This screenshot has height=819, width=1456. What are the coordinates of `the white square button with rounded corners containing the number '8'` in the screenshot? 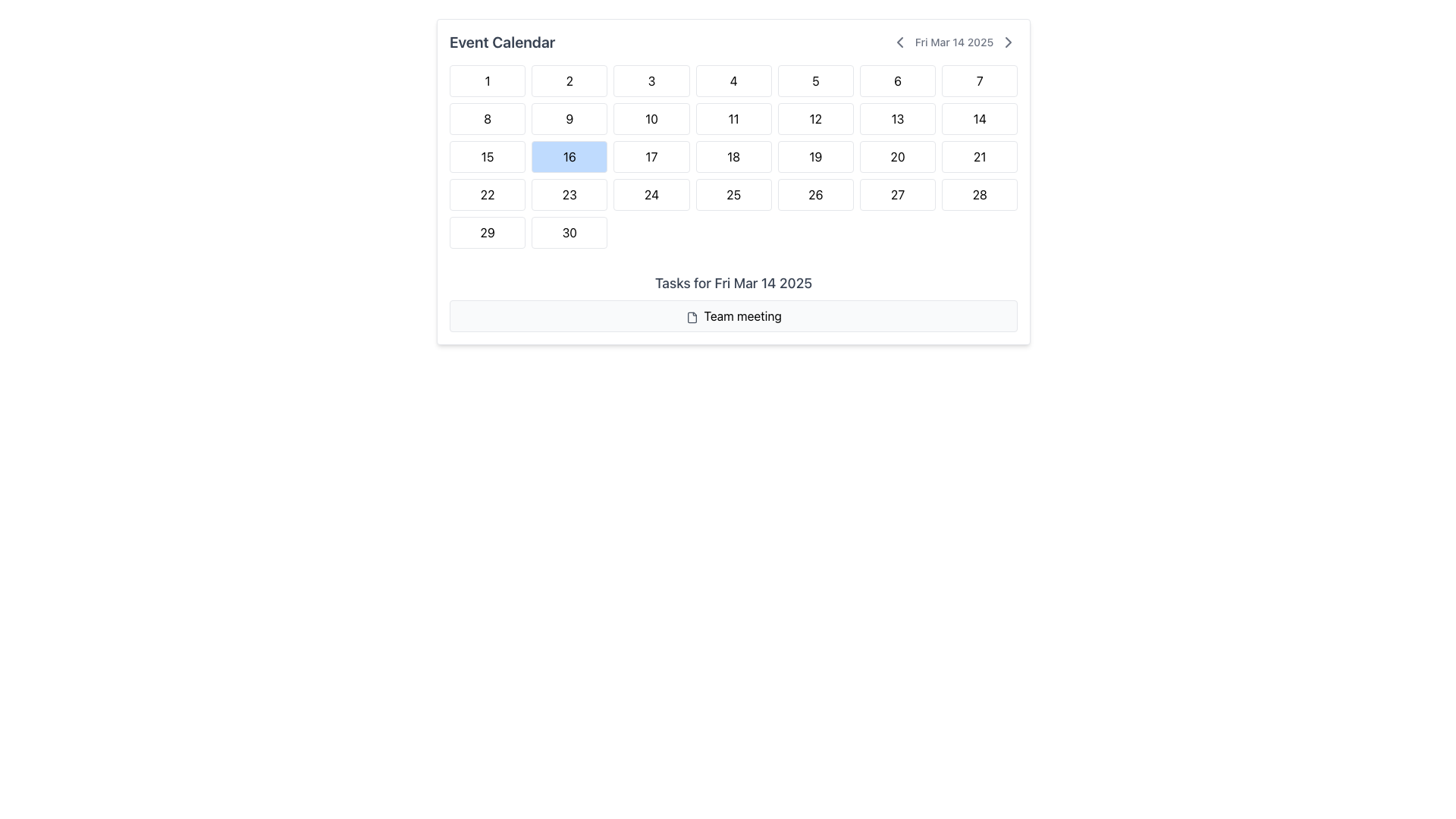 It's located at (488, 118).